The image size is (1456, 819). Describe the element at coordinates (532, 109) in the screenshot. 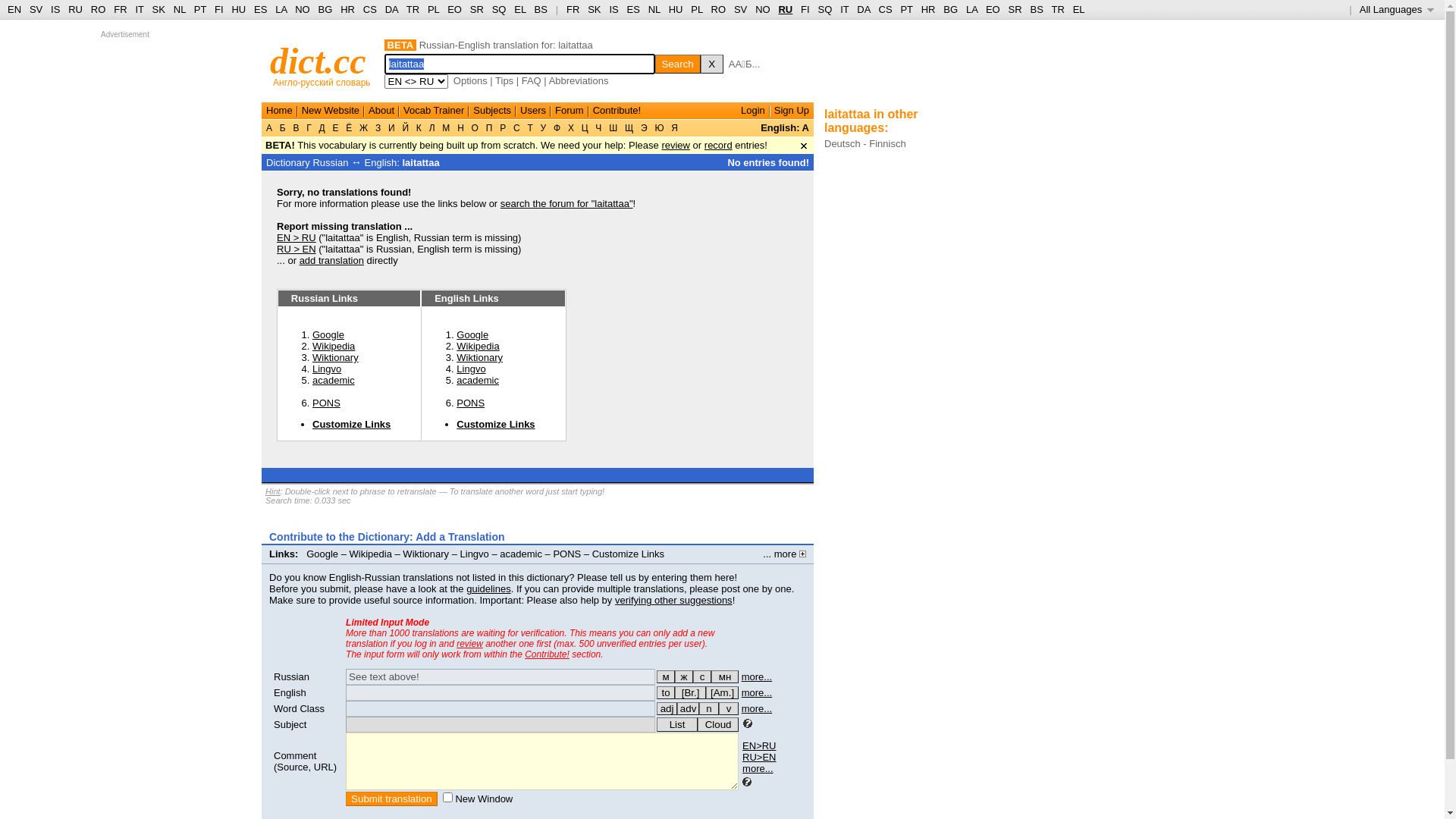

I see `'Users'` at that location.